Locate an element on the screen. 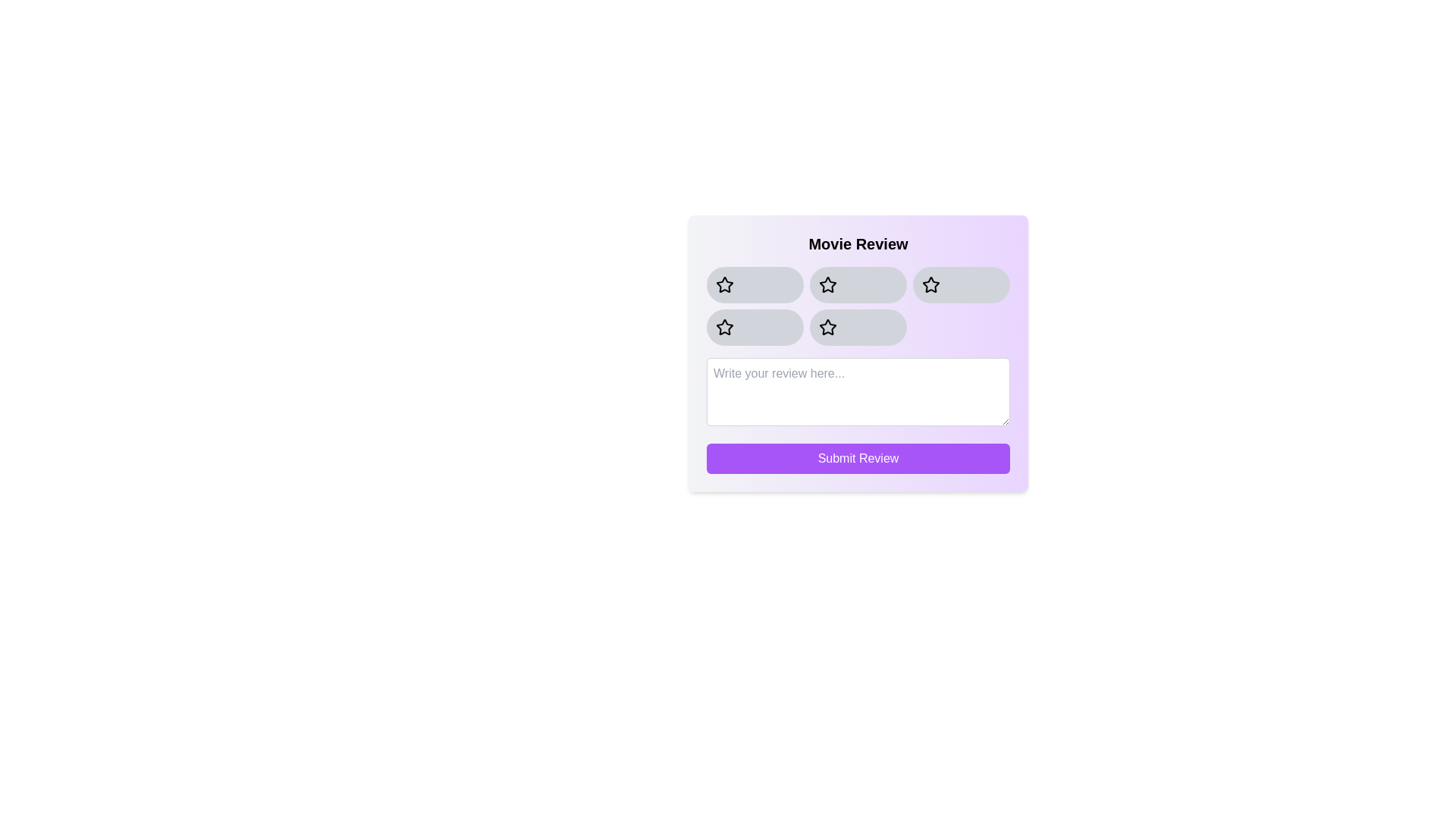 Image resolution: width=1456 pixels, height=819 pixels. 'Submit Review' button to submit the review is located at coordinates (858, 458).